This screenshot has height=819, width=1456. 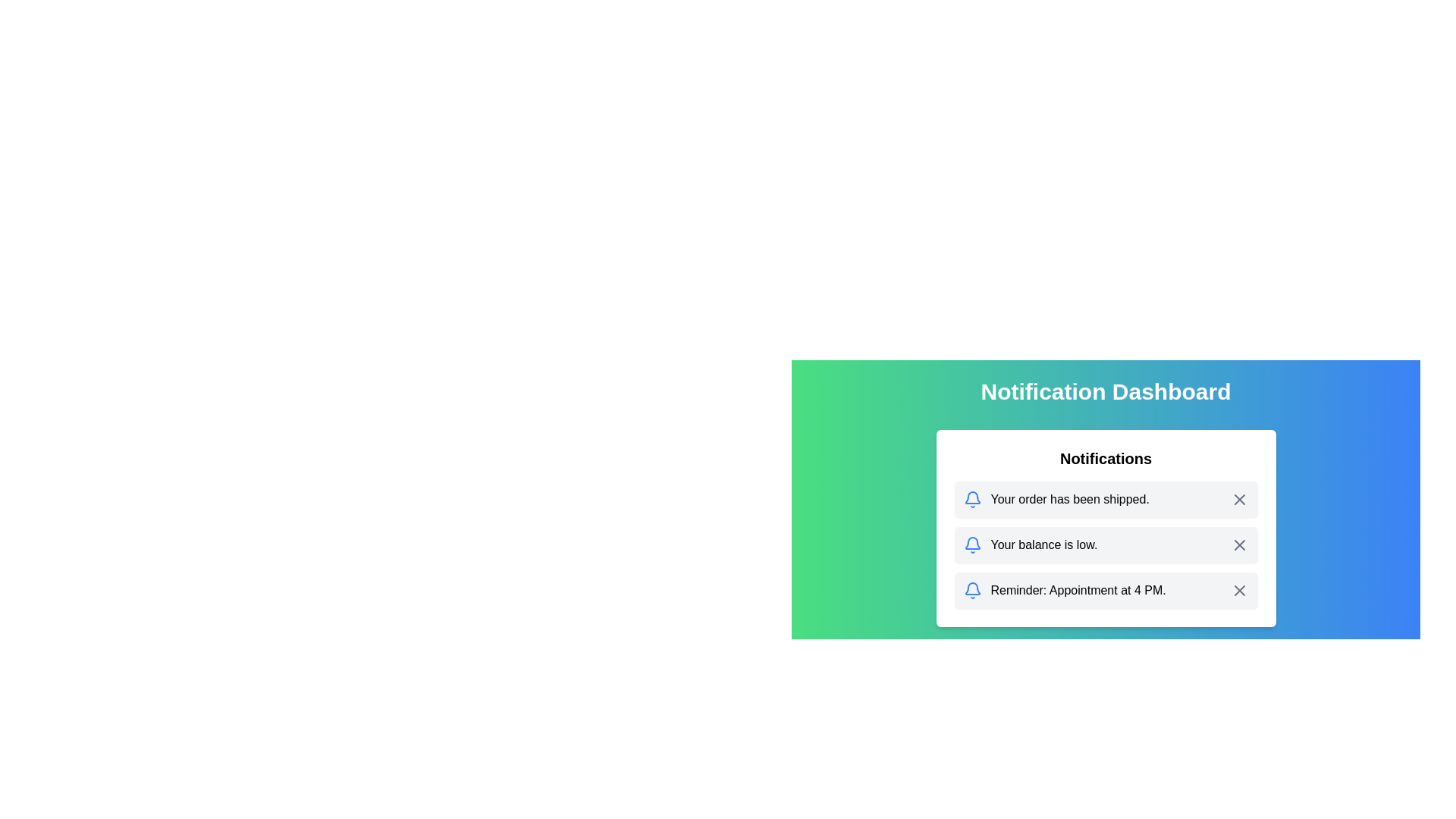 What do you see at coordinates (1106, 590) in the screenshot?
I see `notification item with the bell icon and the text 'Reminder: Appointment at 4 PM.' located in the Notifications section of the dashboard` at bounding box center [1106, 590].